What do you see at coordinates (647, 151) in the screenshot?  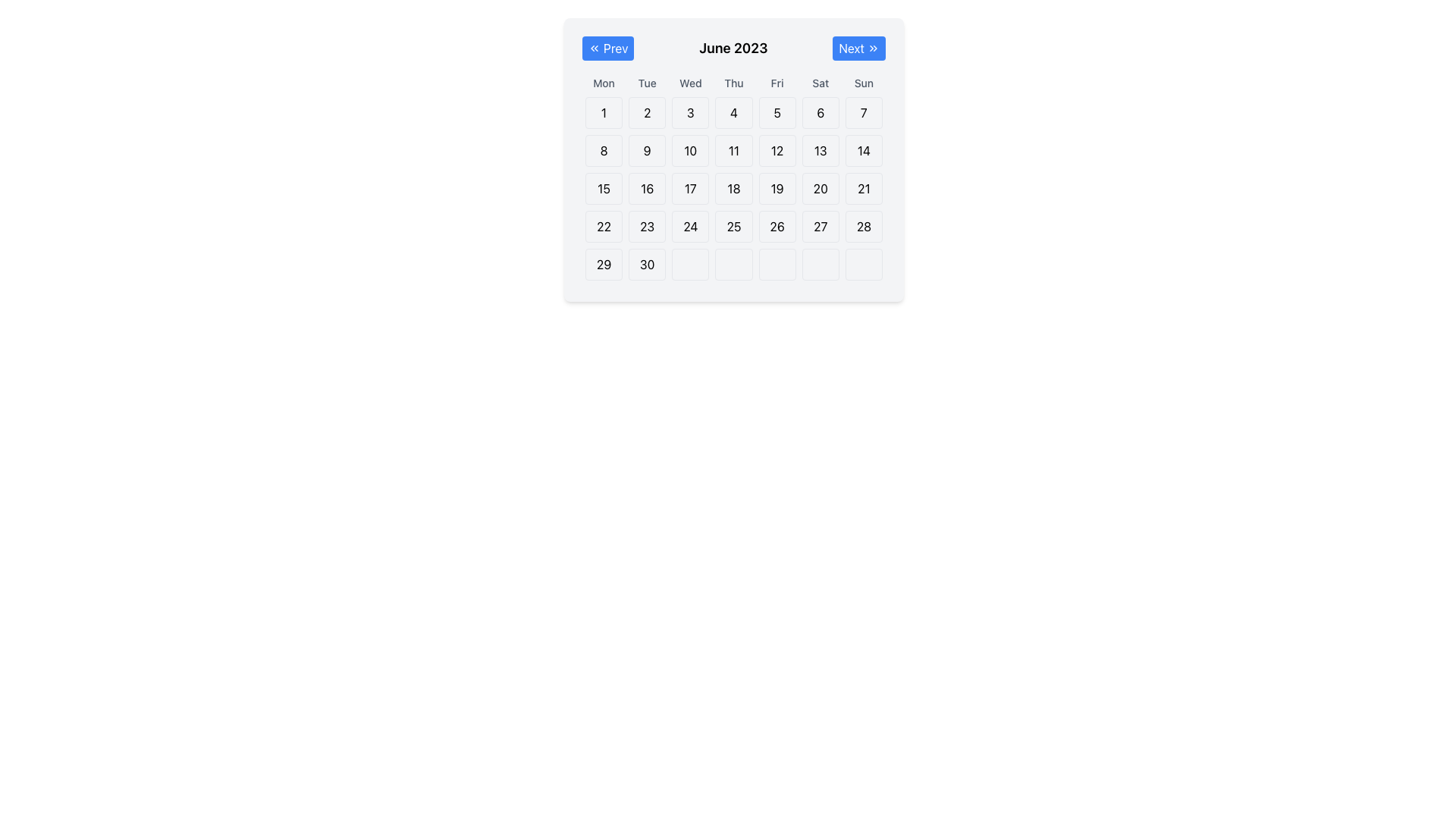 I see `the calendar date button representing the 9th day of the month` at bounding box center [647, 151].